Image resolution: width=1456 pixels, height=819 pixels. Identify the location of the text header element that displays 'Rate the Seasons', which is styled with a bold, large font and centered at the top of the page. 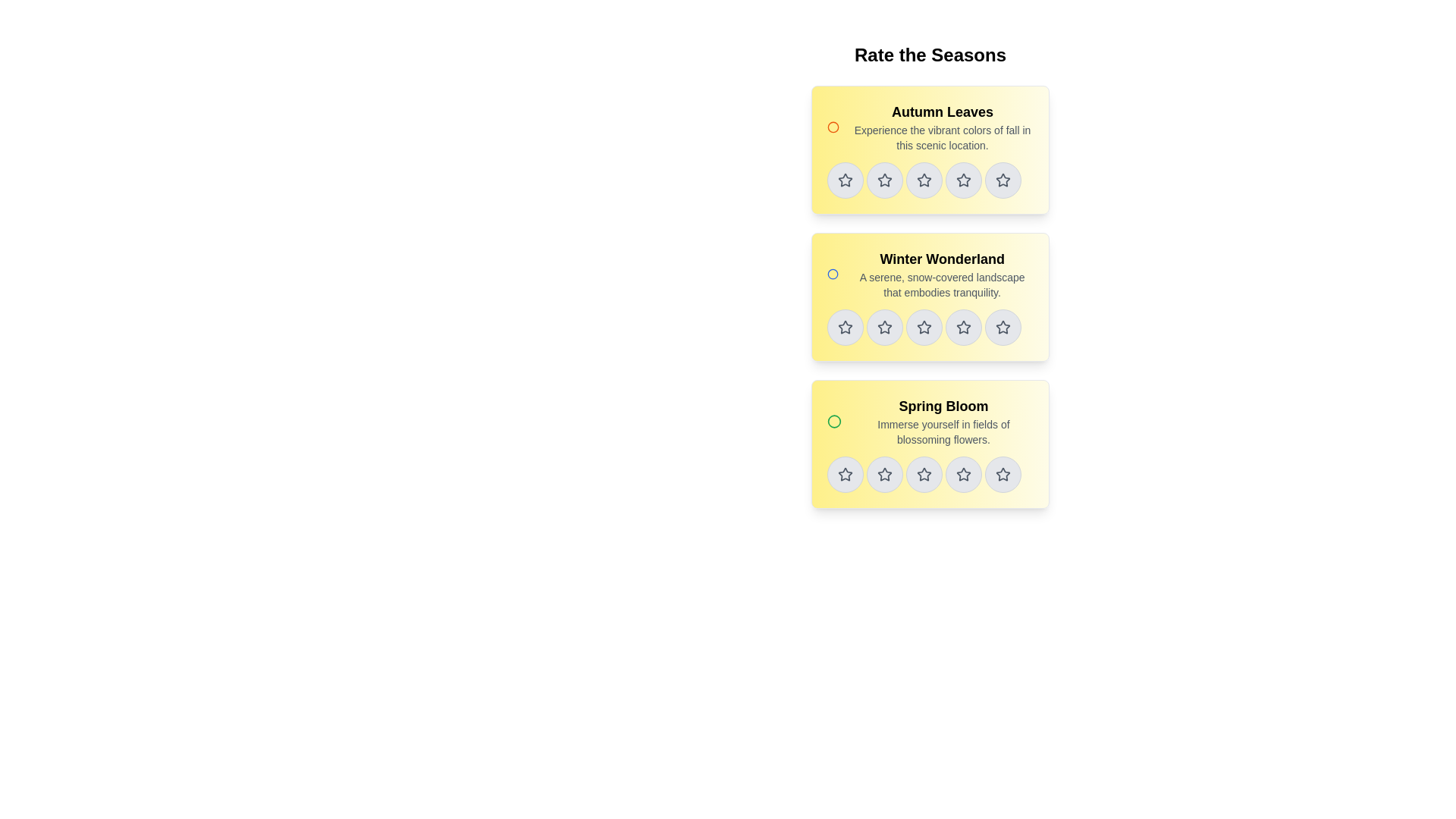
(930, 55).